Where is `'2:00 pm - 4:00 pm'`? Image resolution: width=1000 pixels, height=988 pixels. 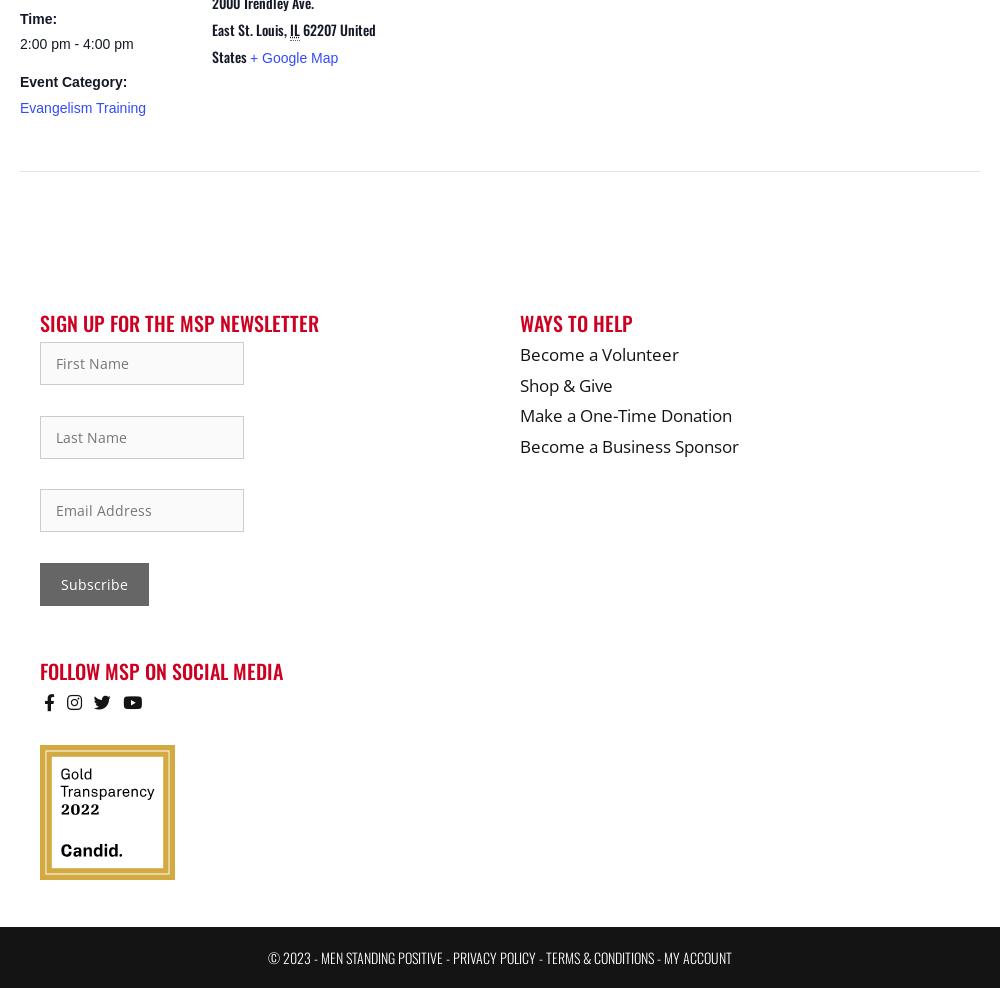 '2:00 pm - 4:00 pm' is located at coordinates (75, 42).